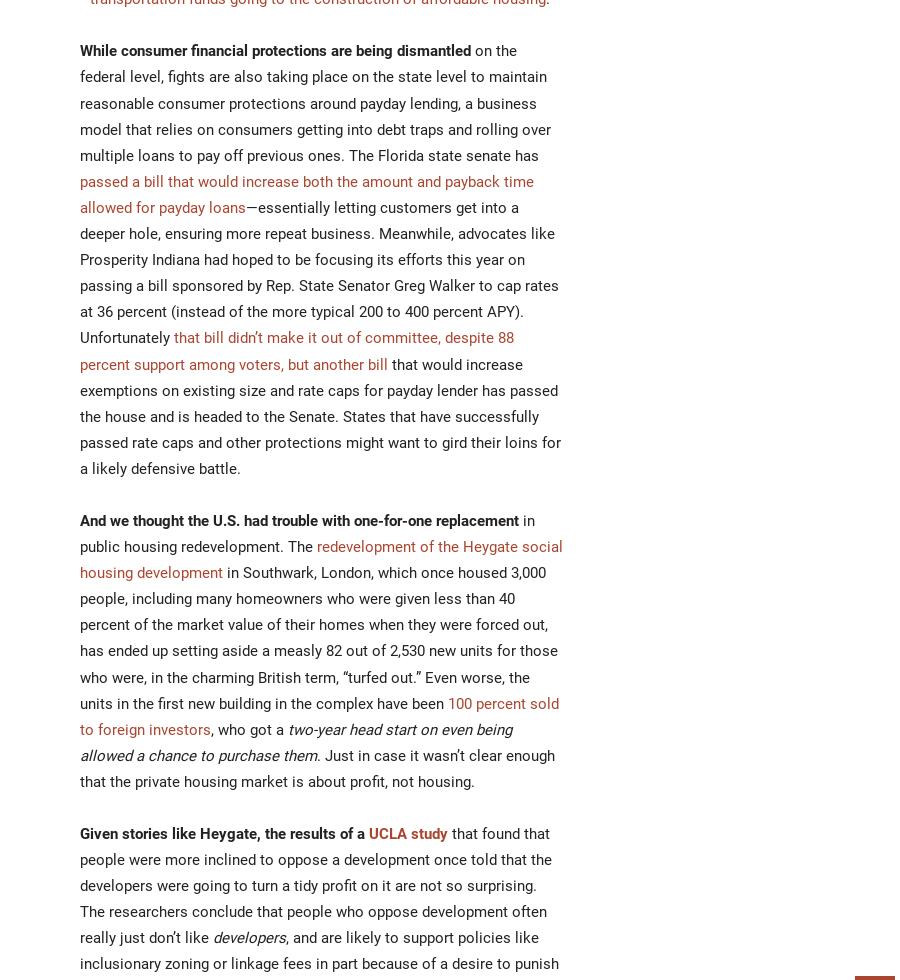 The image size is (900, 980). Describe the element at coordinates (314, 886) in the screenshot. I see `'that found that people were more inclined to oppose a development once told that the developers were going to turn a tidy profit on it are not so surprising. The researchers conclude that people who oppose development often really just don’t like'` at that location.